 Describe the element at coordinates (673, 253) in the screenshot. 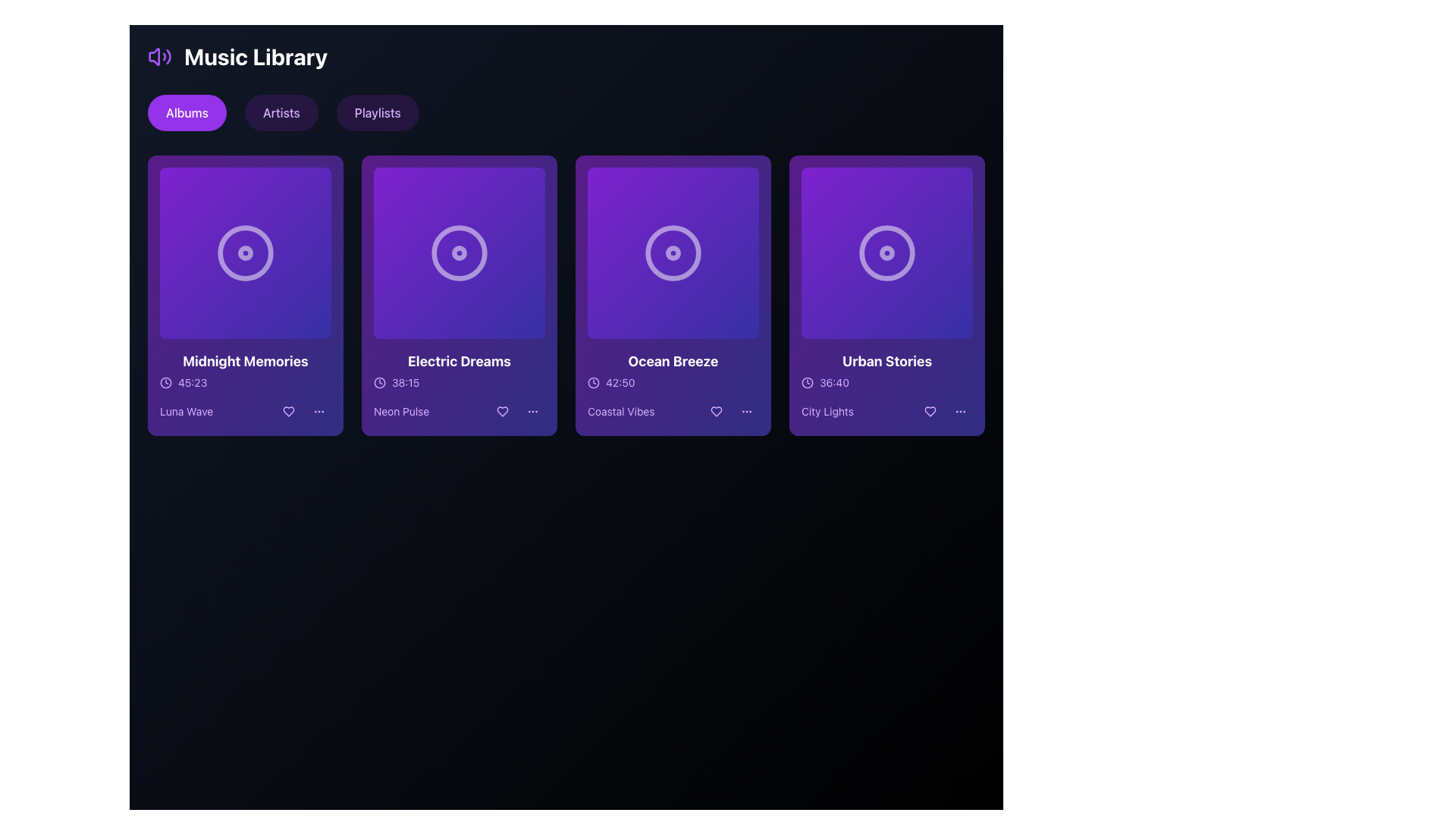

I see `the thumbnail of the 'Ocean Breeze' music card, which is the topmost segment of the card located in the middle row of the grid, positioned third from the left` at that location.